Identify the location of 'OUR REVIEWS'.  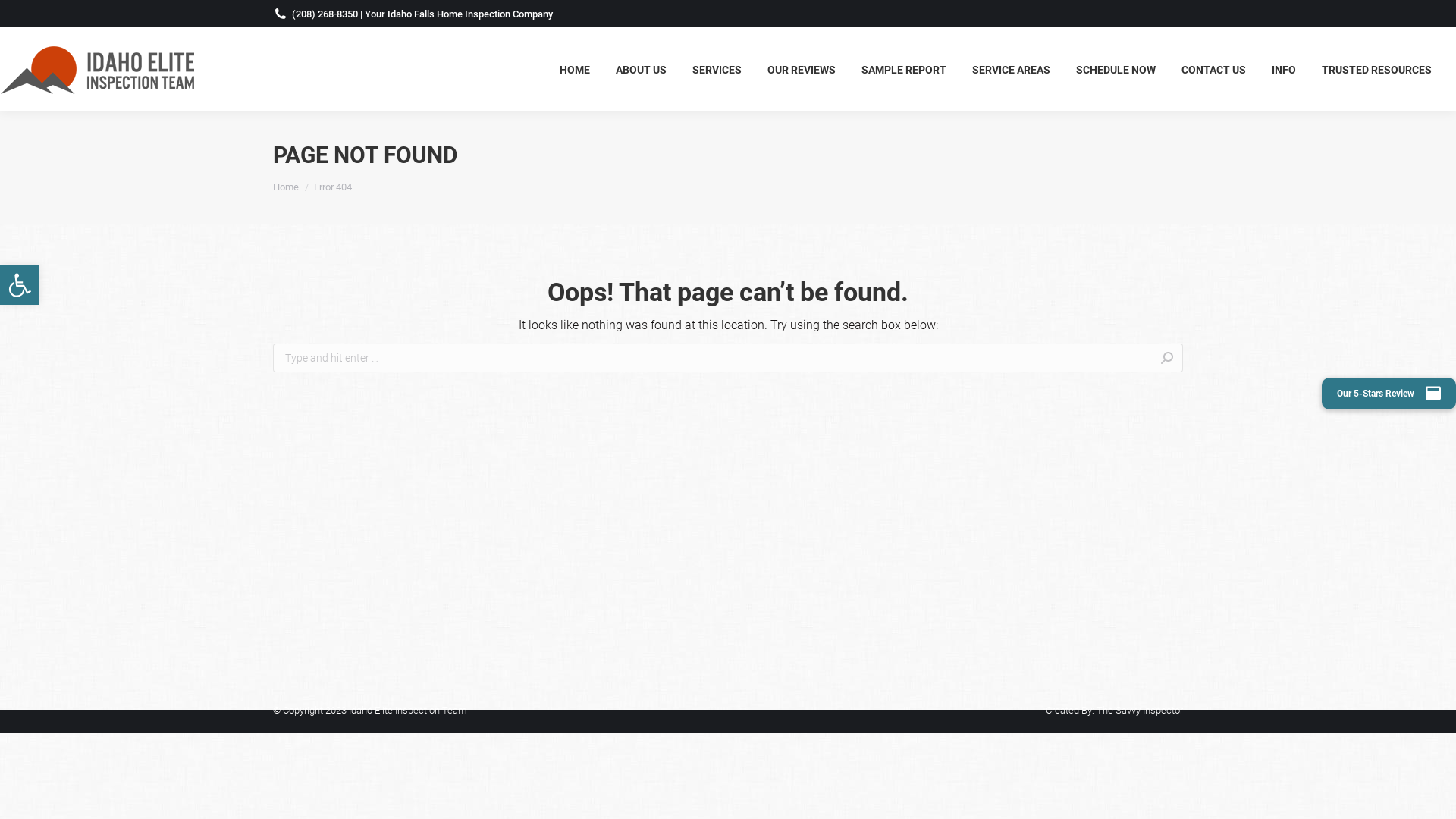
(800, 69).